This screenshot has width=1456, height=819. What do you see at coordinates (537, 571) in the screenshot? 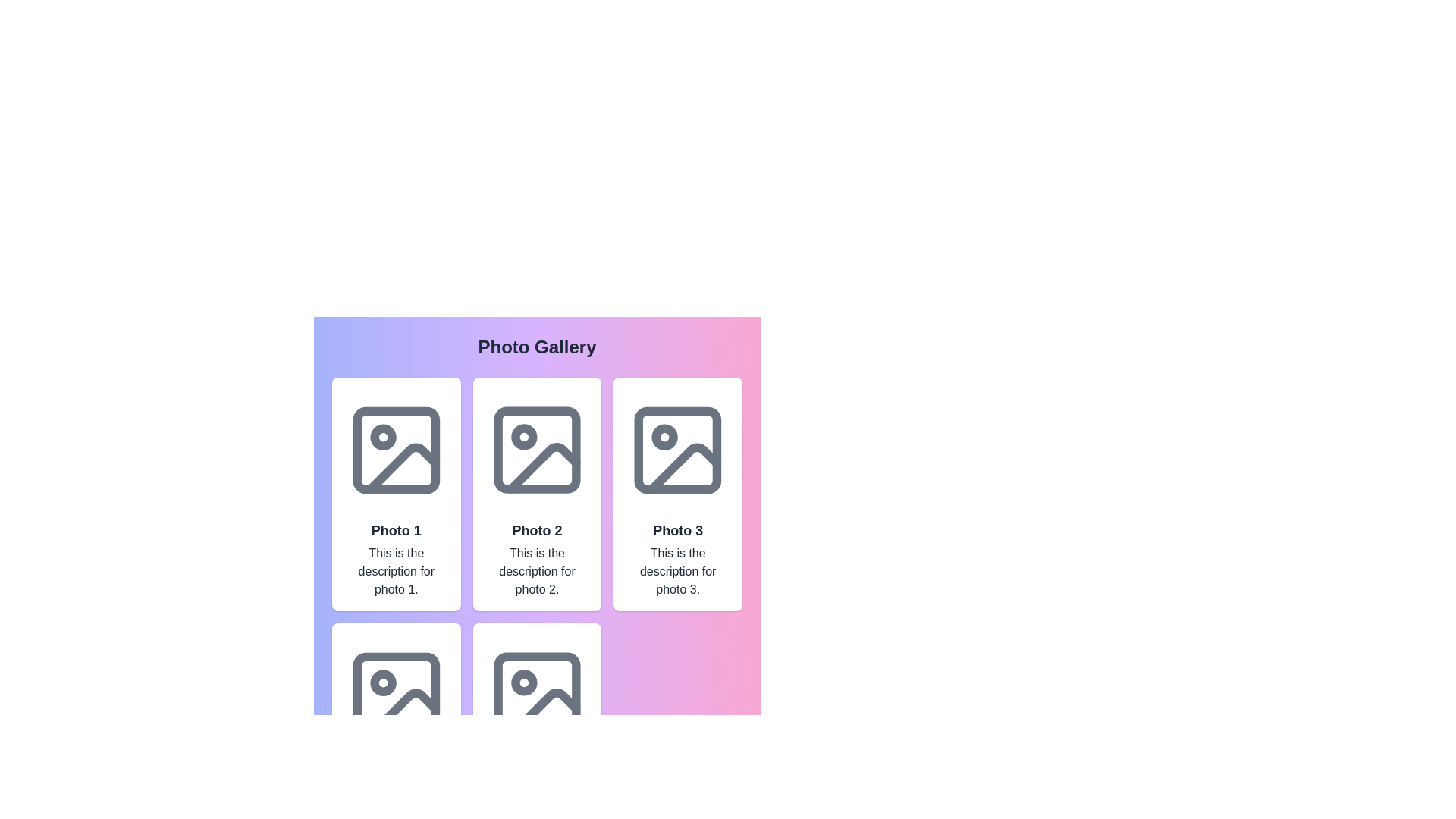
I see `text content of the Text Label located at the bottom of the 'Photo 2' card, which provides additional information about the photo` at bounding box center [537, 571].